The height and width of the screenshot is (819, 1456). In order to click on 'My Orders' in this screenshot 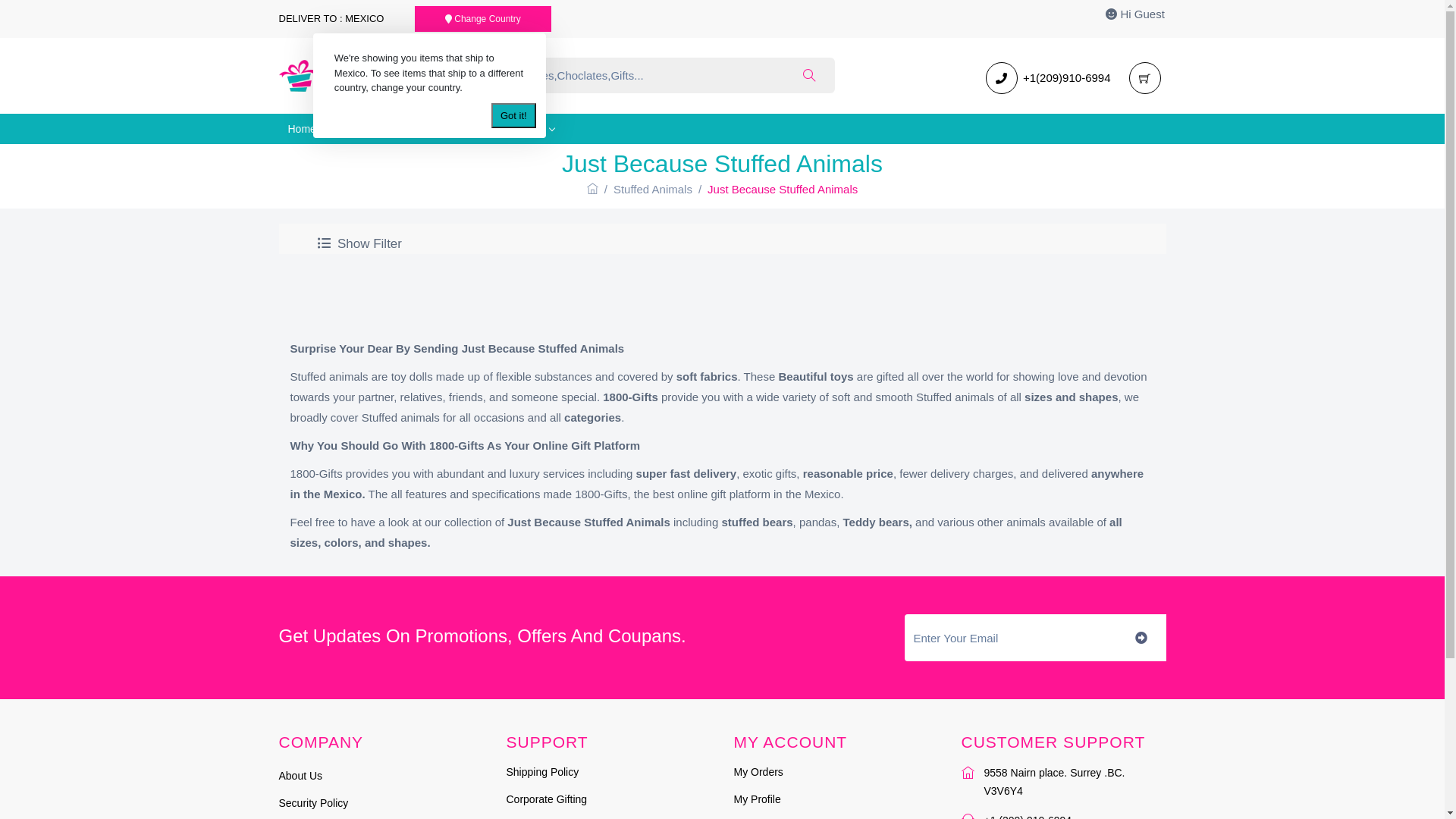, I will do `click(758, 772)`.